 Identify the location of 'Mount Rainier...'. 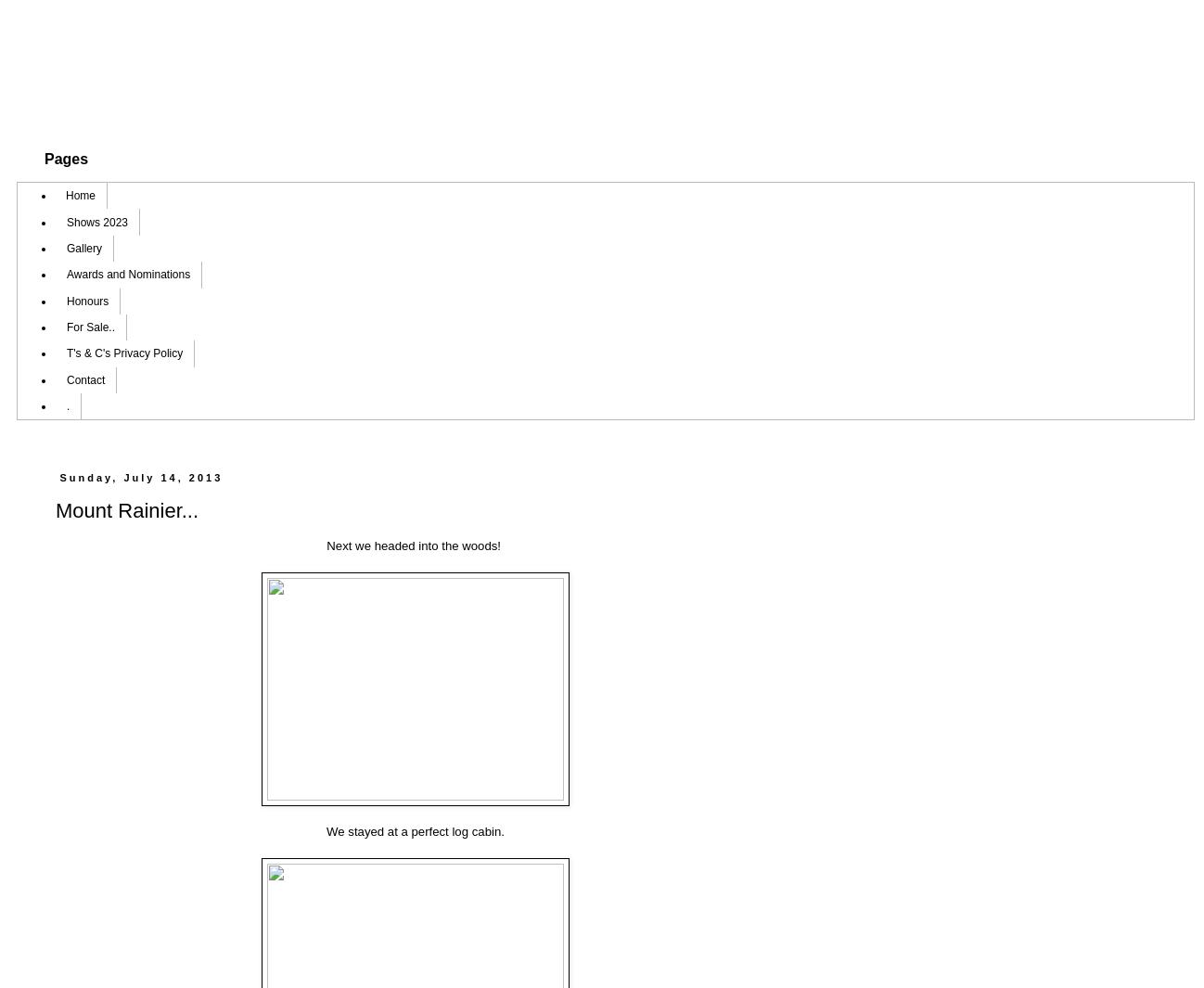
(125, 510).